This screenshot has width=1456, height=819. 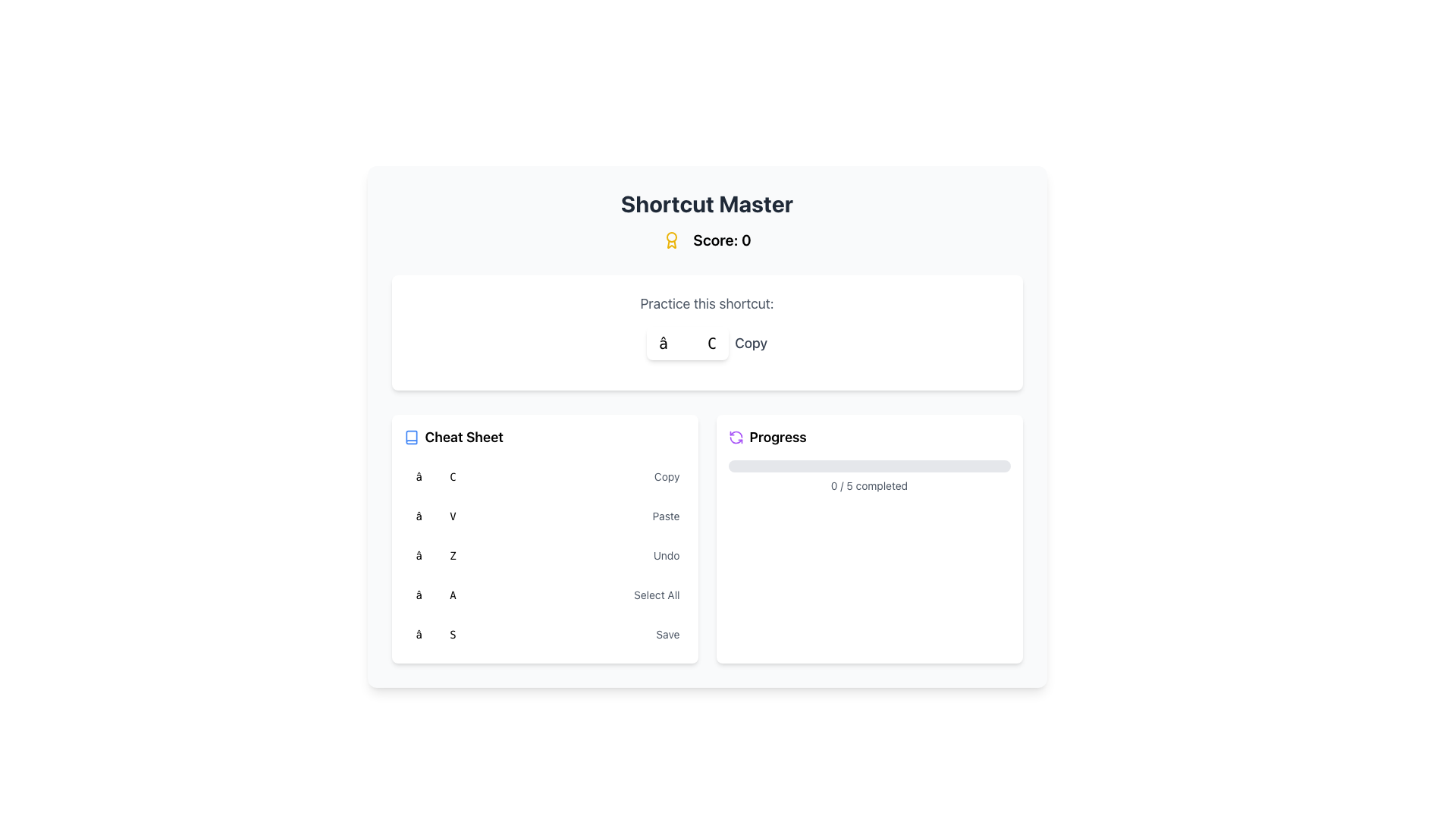 What do you see at coordinates (706, 343) in the screenshot?
I see `information displayed in the keyboard shortcut hint element which shows '⌘ C' and describes the action as 'Copy'` at bounding box center [706, 343].